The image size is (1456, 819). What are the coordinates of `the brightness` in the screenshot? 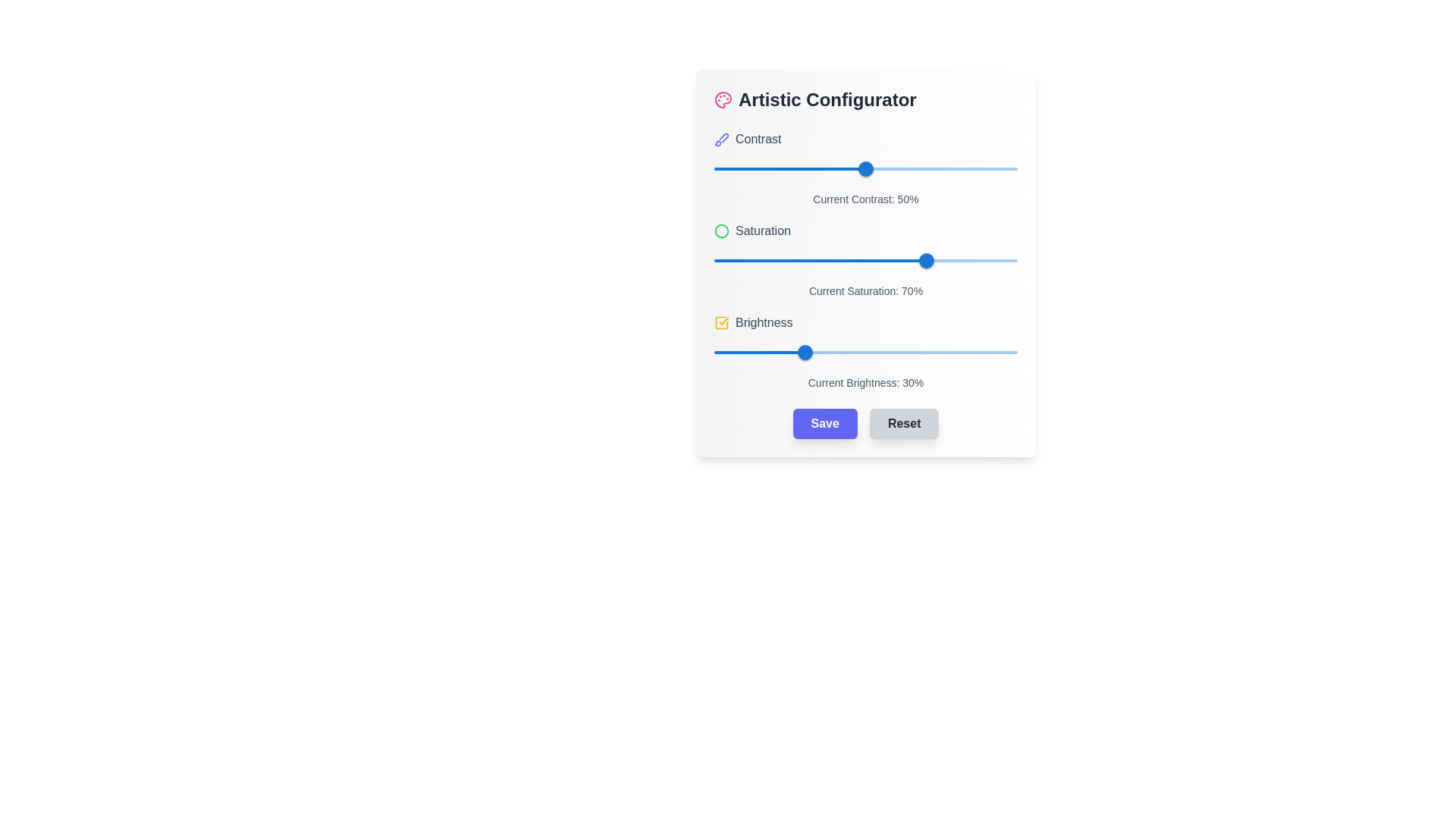 It's located at (723, 353).